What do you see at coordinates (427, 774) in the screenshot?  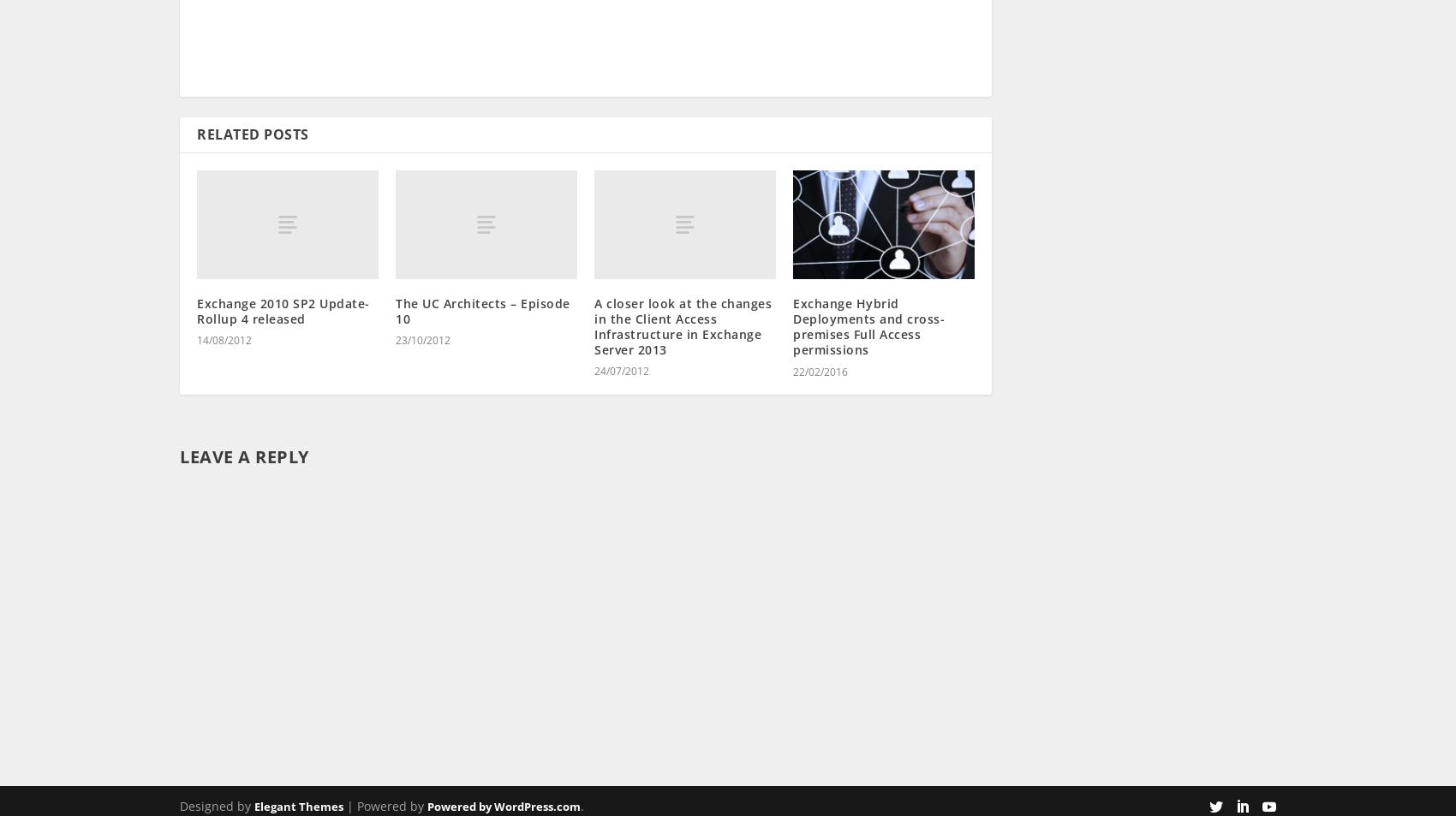 I see `'Powered by WordPress.com'` at bounding box center [427, 774].